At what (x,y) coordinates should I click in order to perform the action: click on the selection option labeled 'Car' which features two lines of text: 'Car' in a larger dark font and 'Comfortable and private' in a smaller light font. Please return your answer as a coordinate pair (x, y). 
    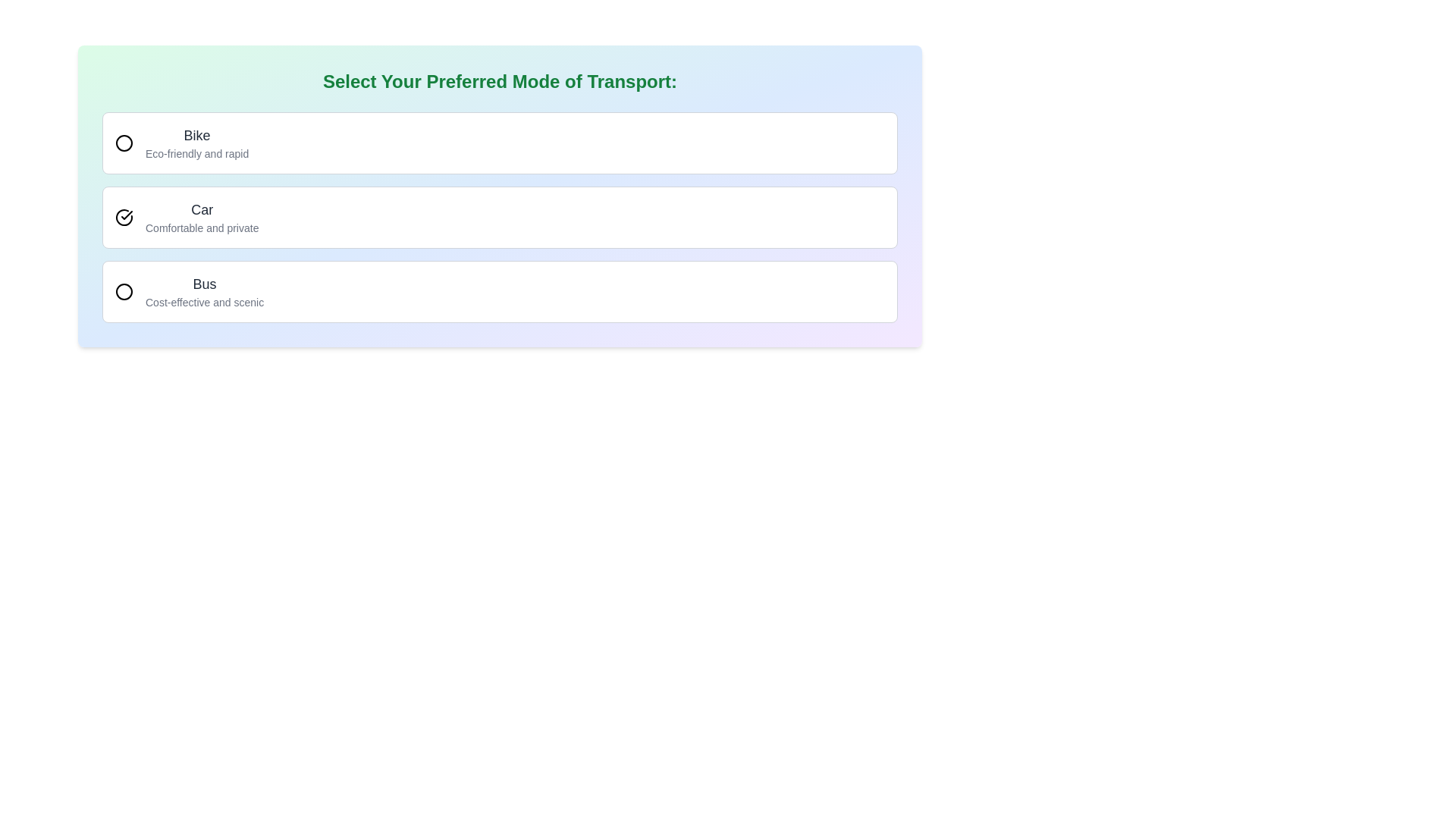
    Looking at the image, I should click on (201, 217).